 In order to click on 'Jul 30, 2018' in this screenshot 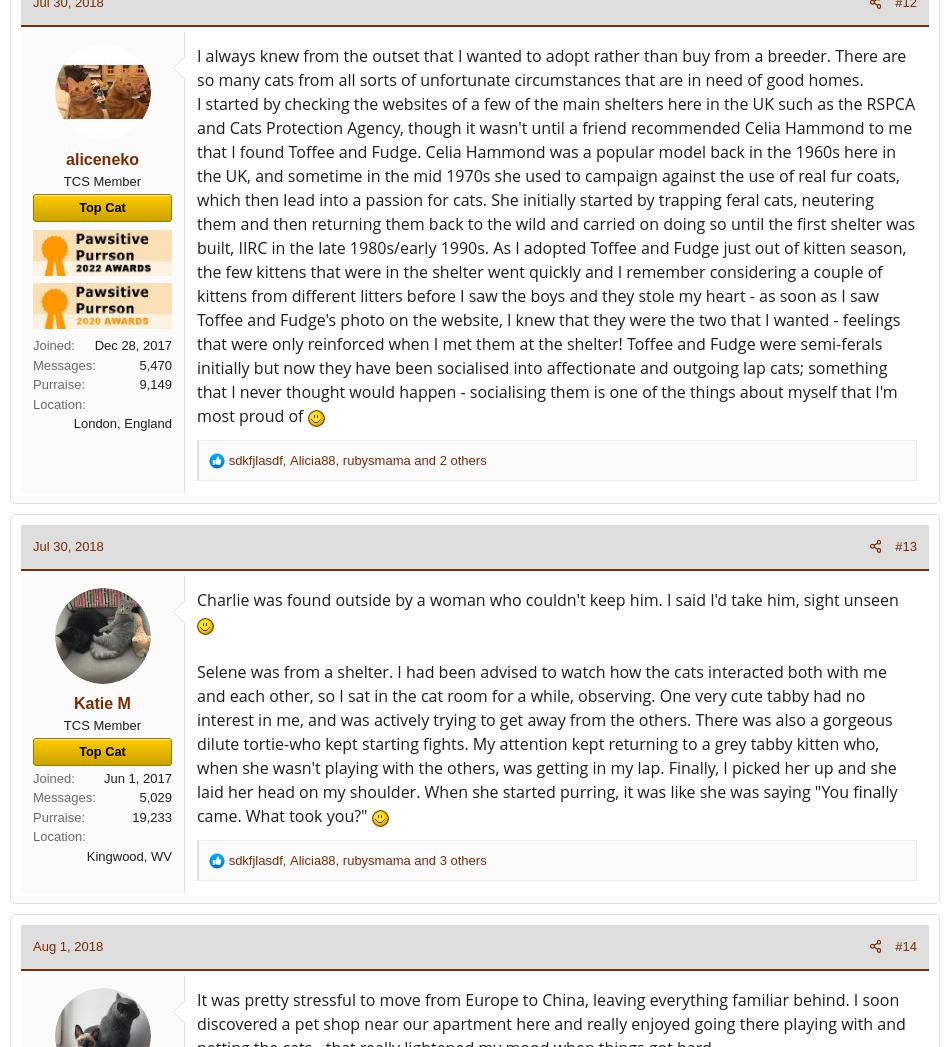, I will do `click(68, 546)`.